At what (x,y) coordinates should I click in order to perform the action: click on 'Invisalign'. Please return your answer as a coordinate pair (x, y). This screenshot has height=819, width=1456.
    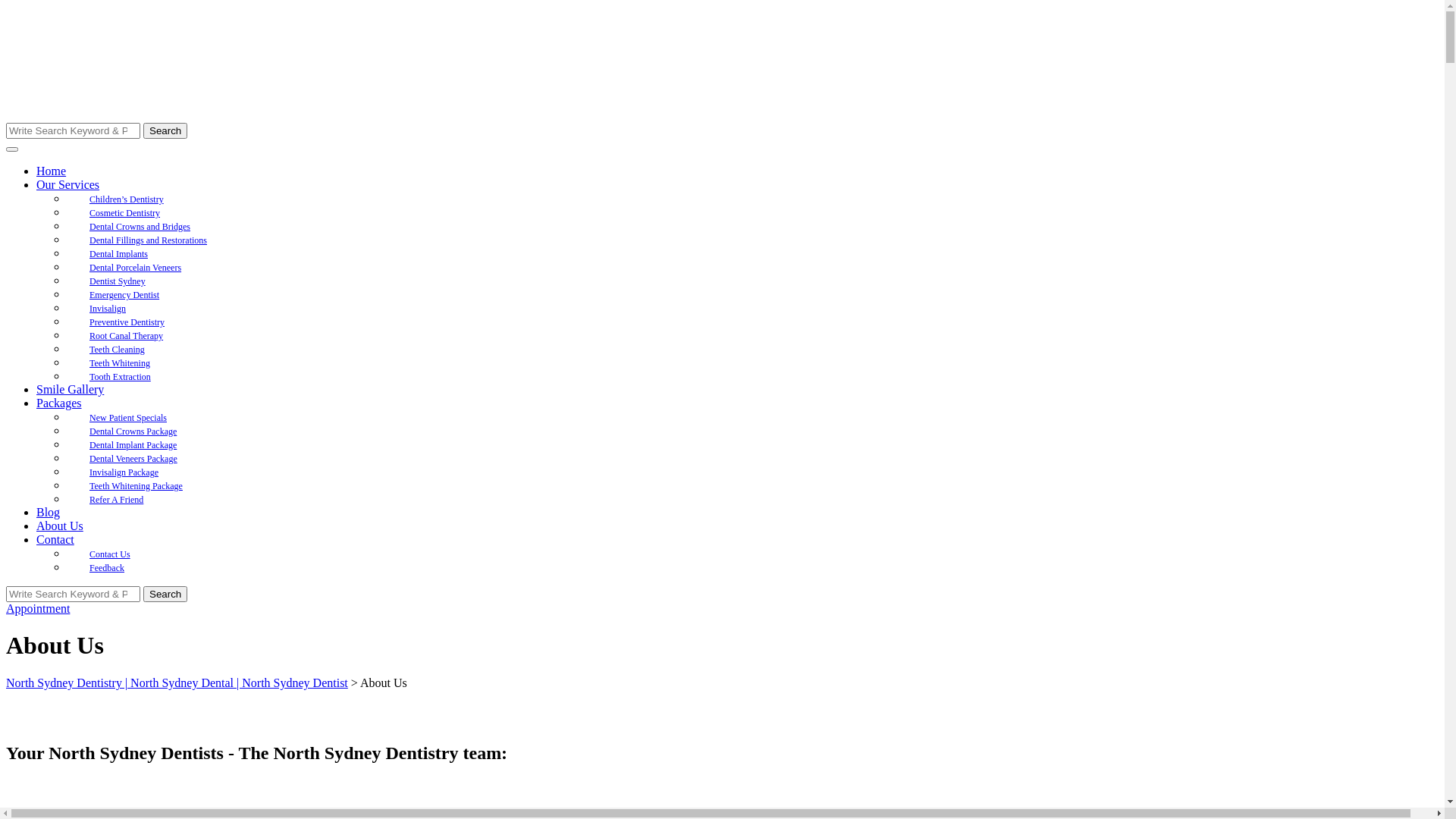
    Looking at the image, I should click on (107, 308).